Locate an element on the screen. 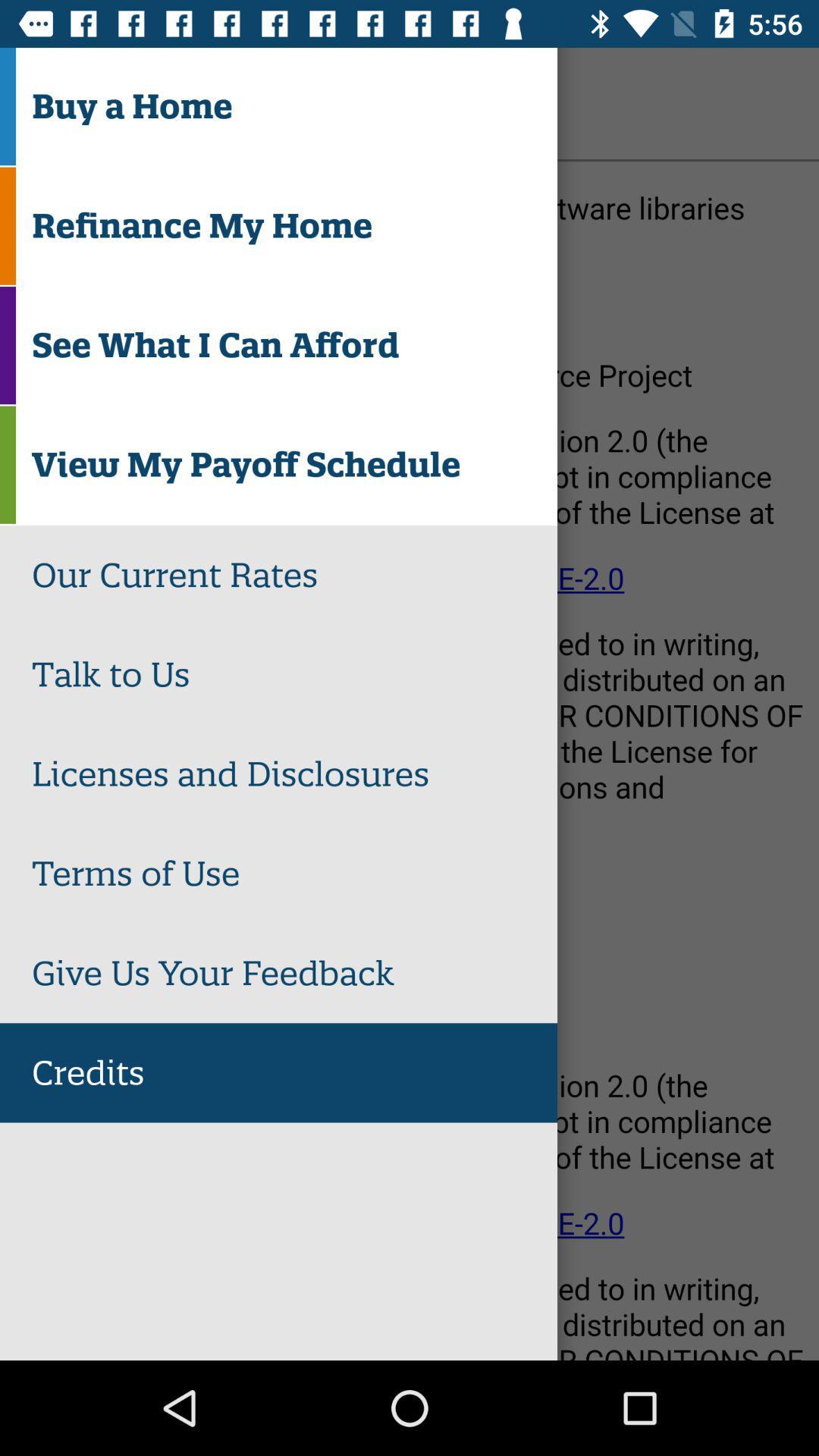 This screenshot has height=1456, width=819. the item above talk to us is located at coordinates (294, 574).